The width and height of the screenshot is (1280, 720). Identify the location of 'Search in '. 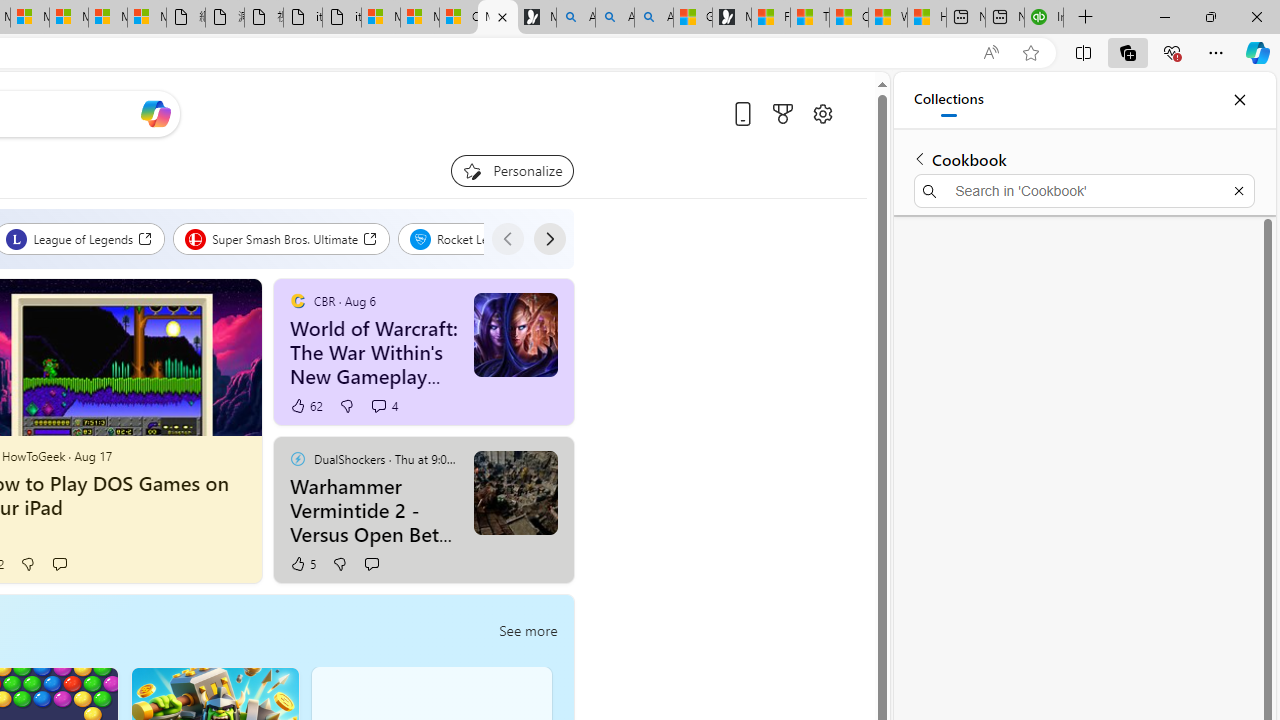
(1083, 191).